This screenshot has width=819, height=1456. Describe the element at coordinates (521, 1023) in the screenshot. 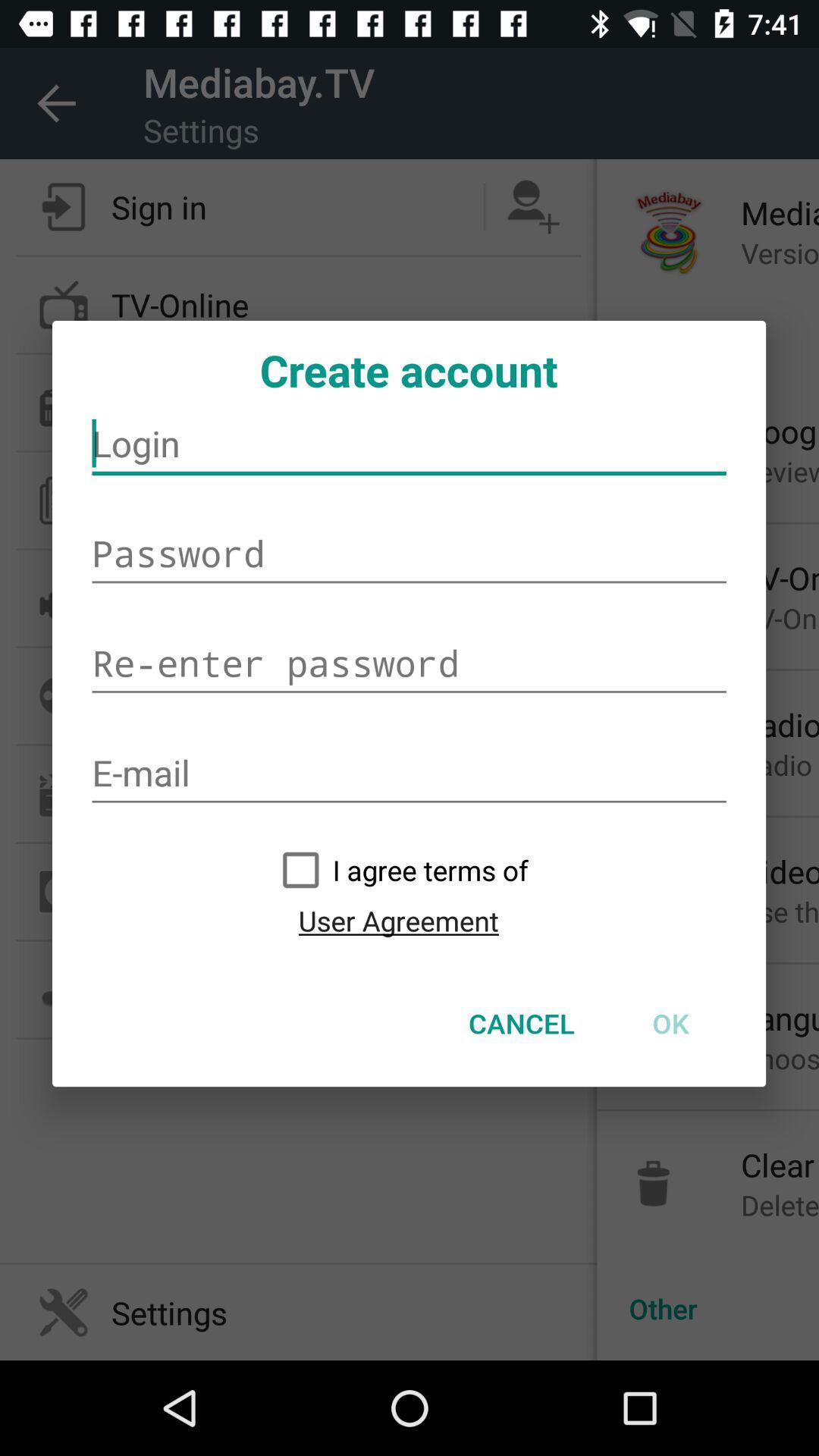

I see `cancel icon` at that location.